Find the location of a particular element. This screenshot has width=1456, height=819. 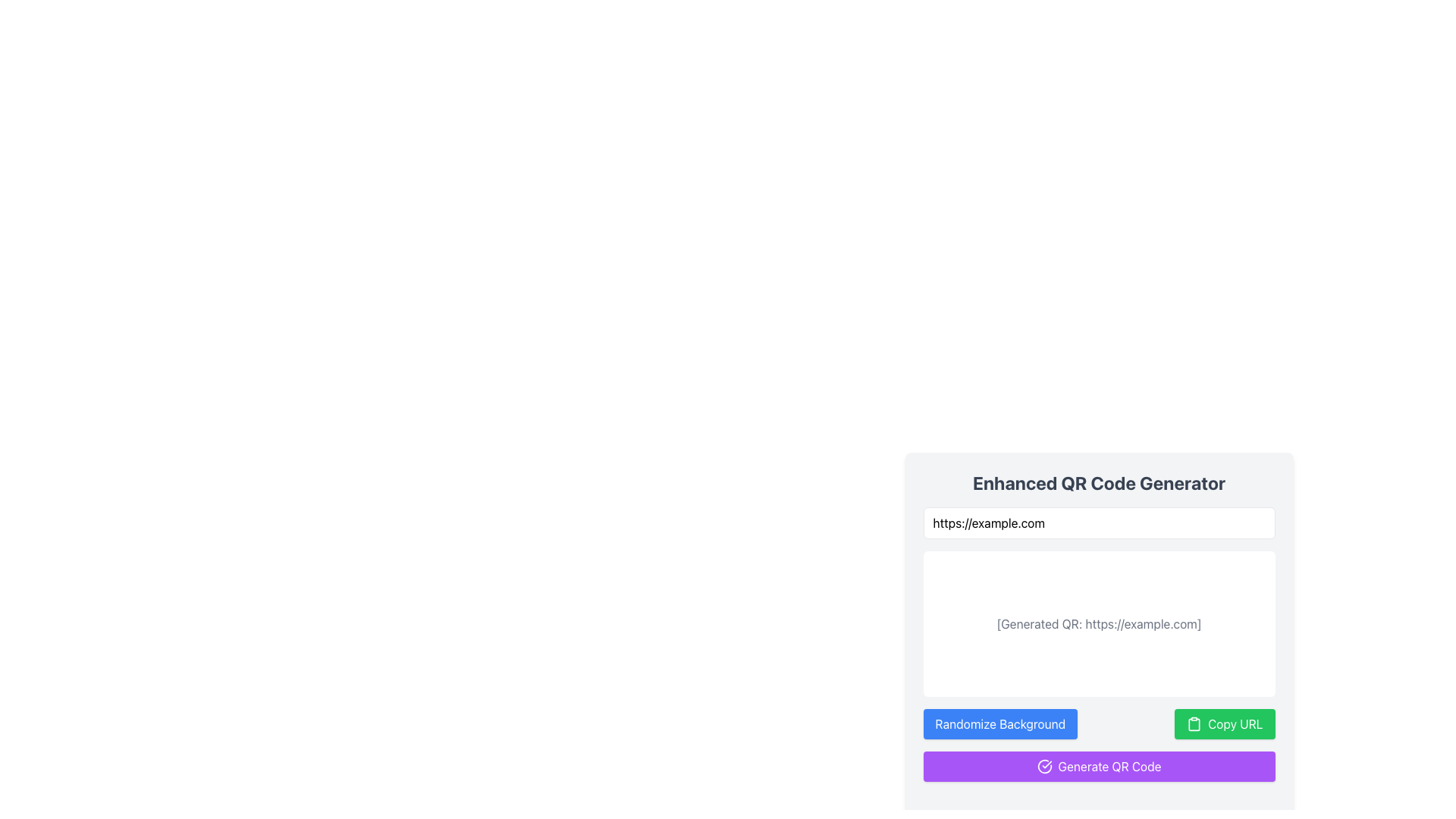

the text block displaying '[Generated QR: https://example.com]' within the light gray rectangular section of the 'Enhanced QR Code Generator' interface is located at coordinates (1099, 632).